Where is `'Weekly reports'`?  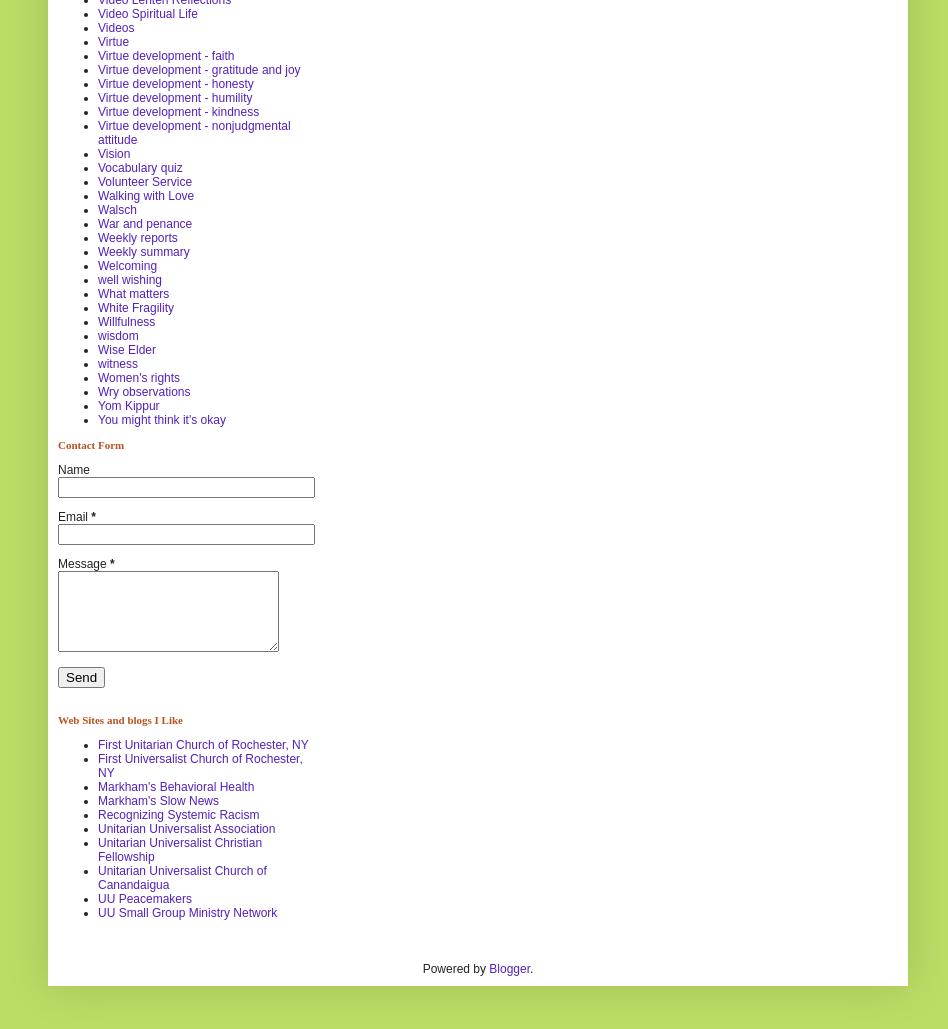 'Weekly reports' is located at coordinates (98, 235).